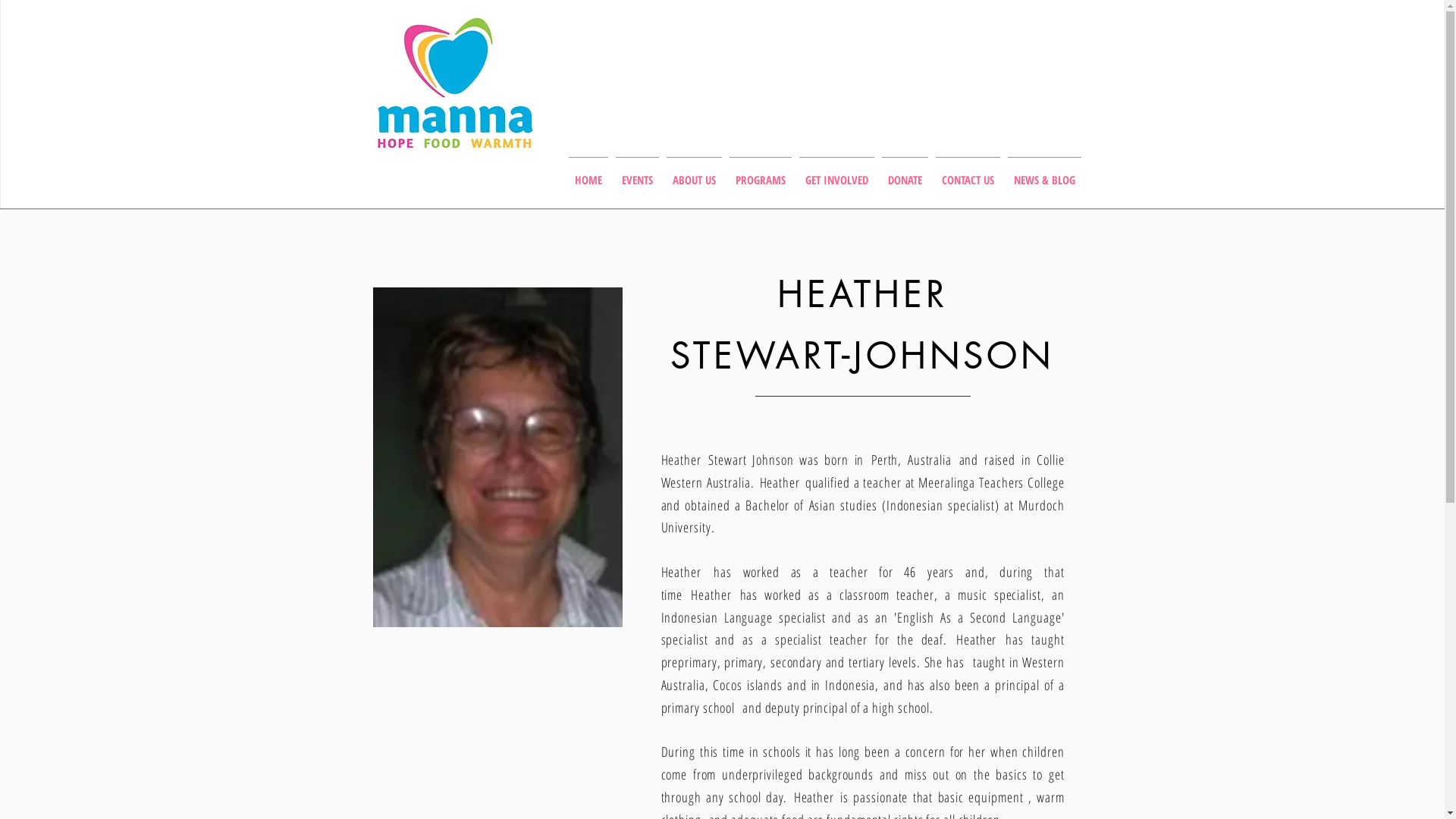  I want to click on 'HOME', so click(586, 171).